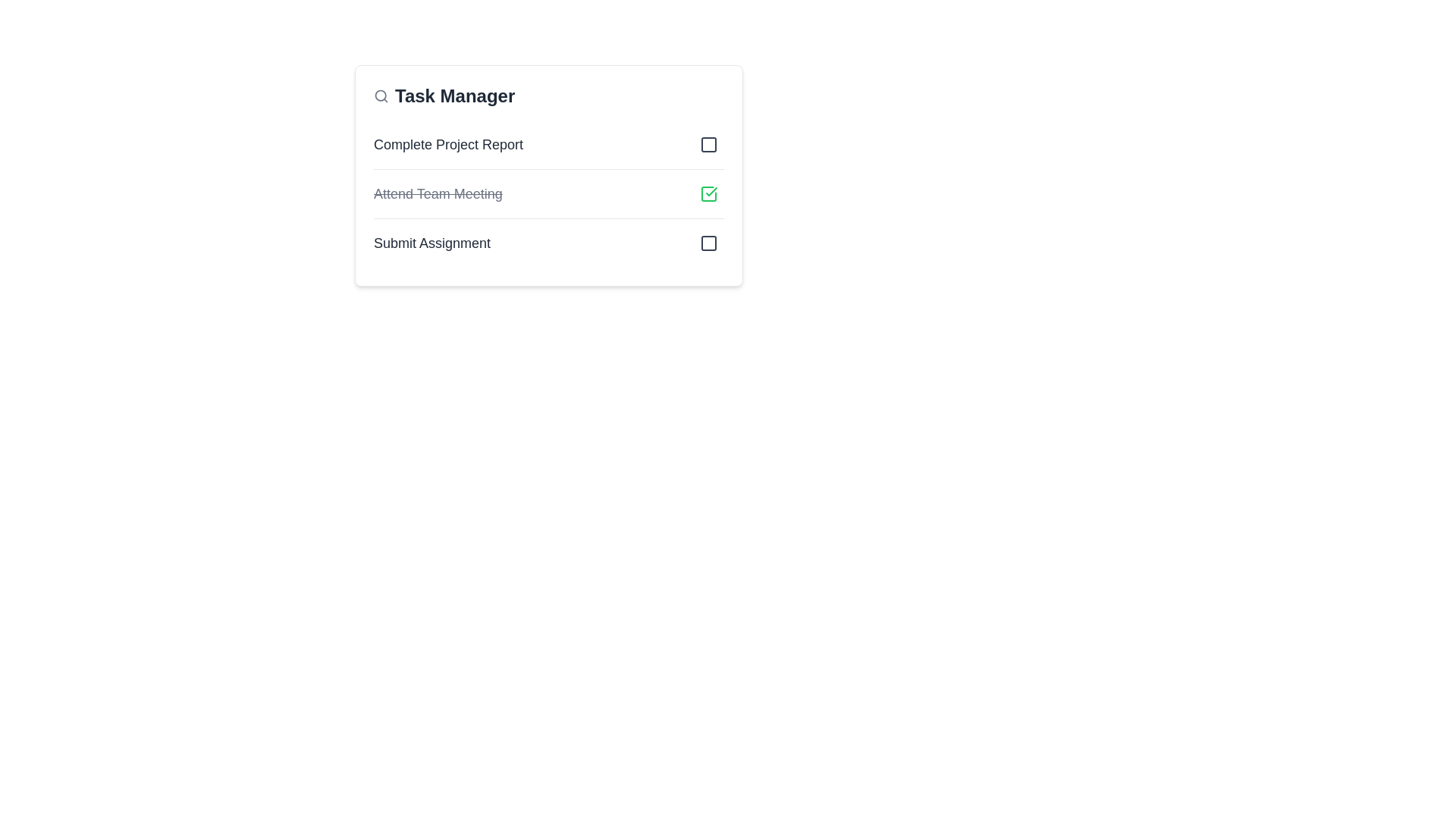 The width and height of the screenshot is (1456, 819). What do you see at coordinates (708, 242) in the screenshot?
I see `the checkbox for the 'Submit Assignment' task` at bounding box center [708, 242].